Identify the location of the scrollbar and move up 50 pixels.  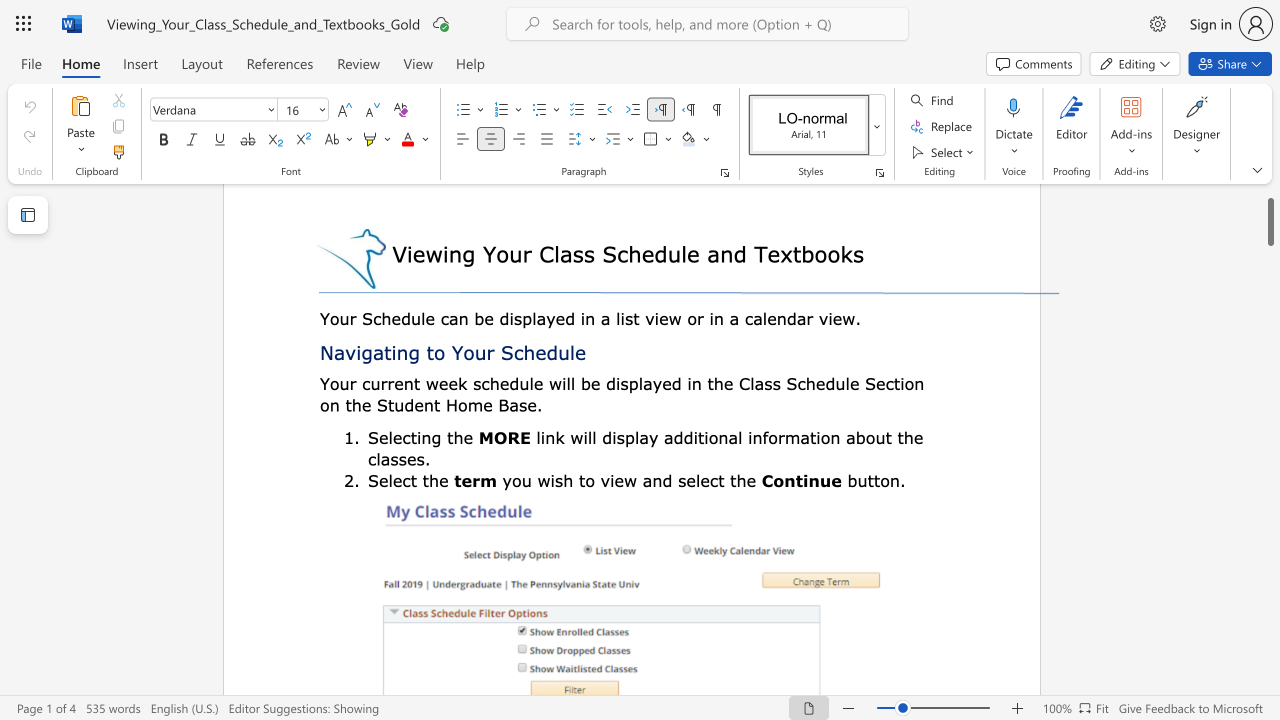
(1269, 222).